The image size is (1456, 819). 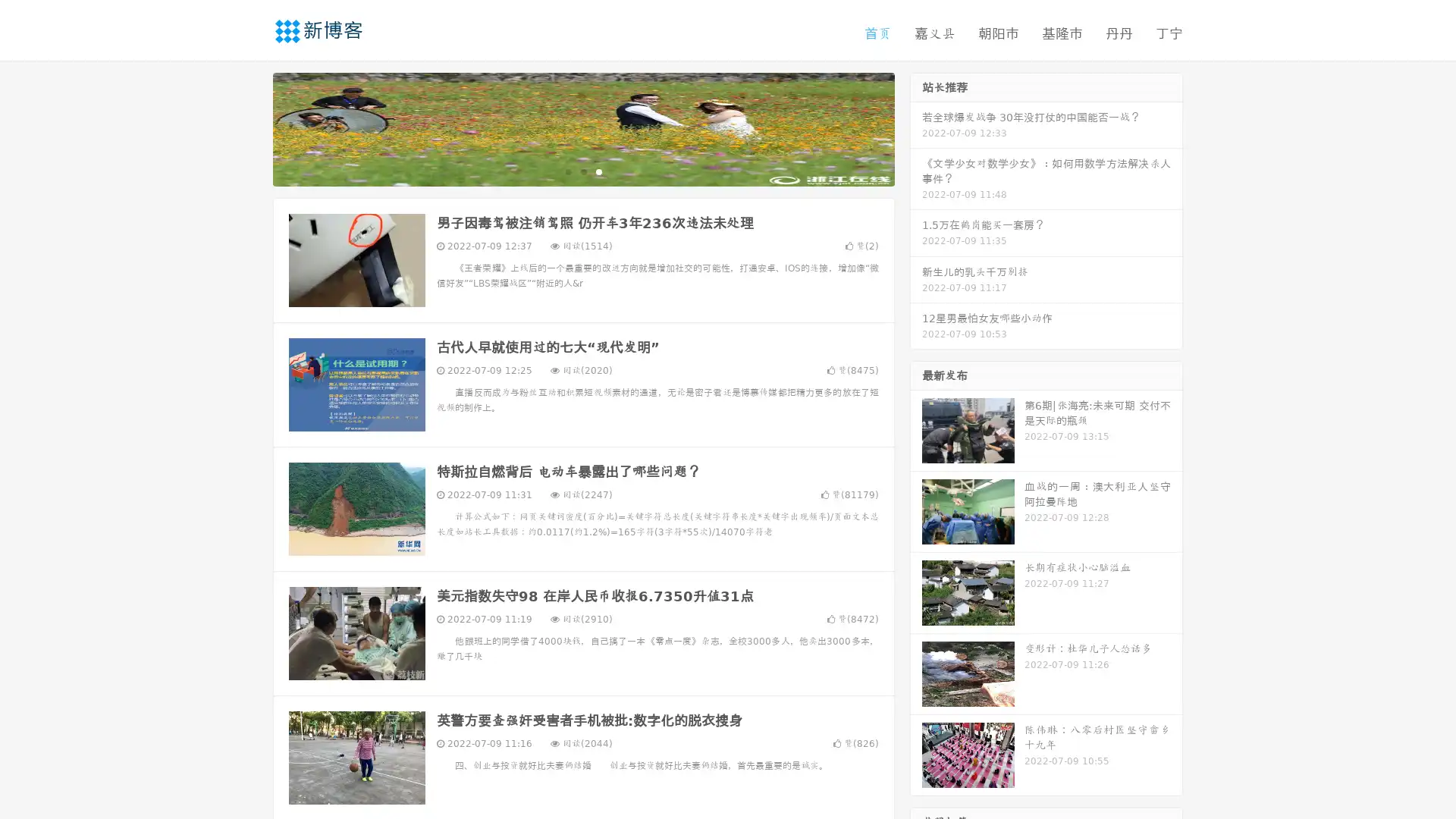 I want to click on Go to slide 3, so click(x=598, y=171).